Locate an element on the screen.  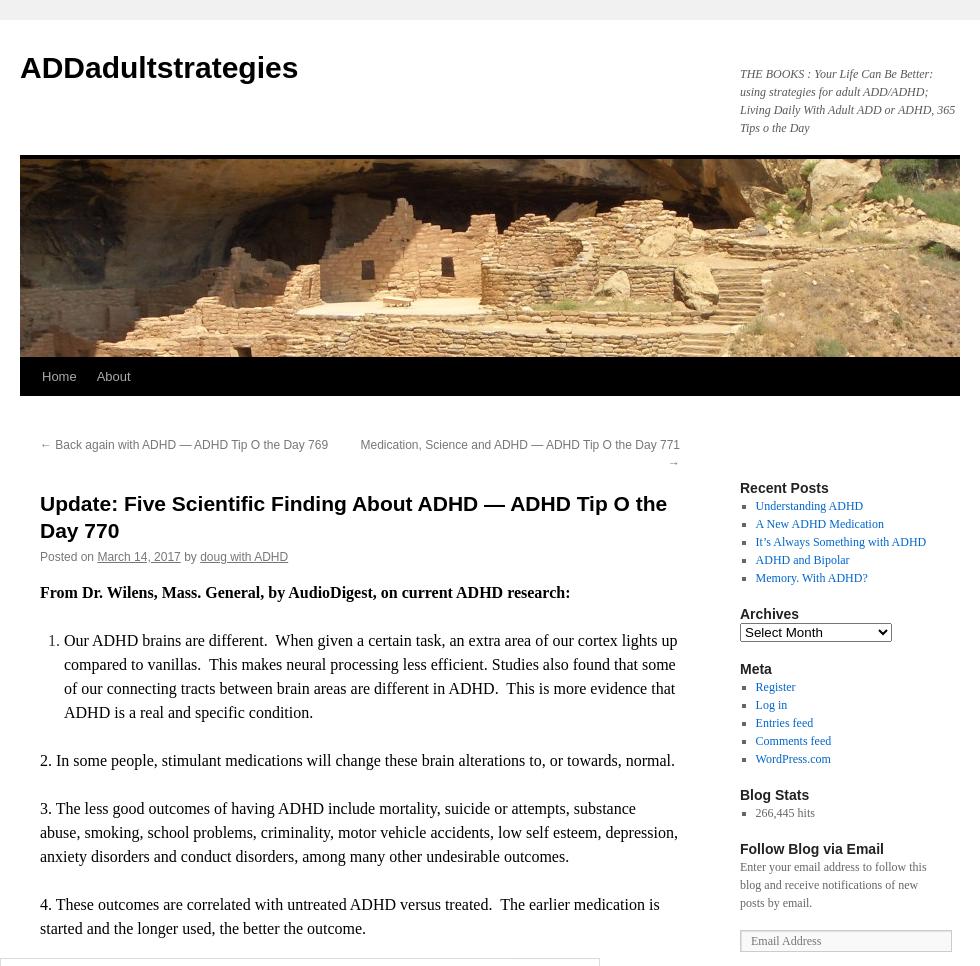
'Archives' is located at coordinates (769, 613).